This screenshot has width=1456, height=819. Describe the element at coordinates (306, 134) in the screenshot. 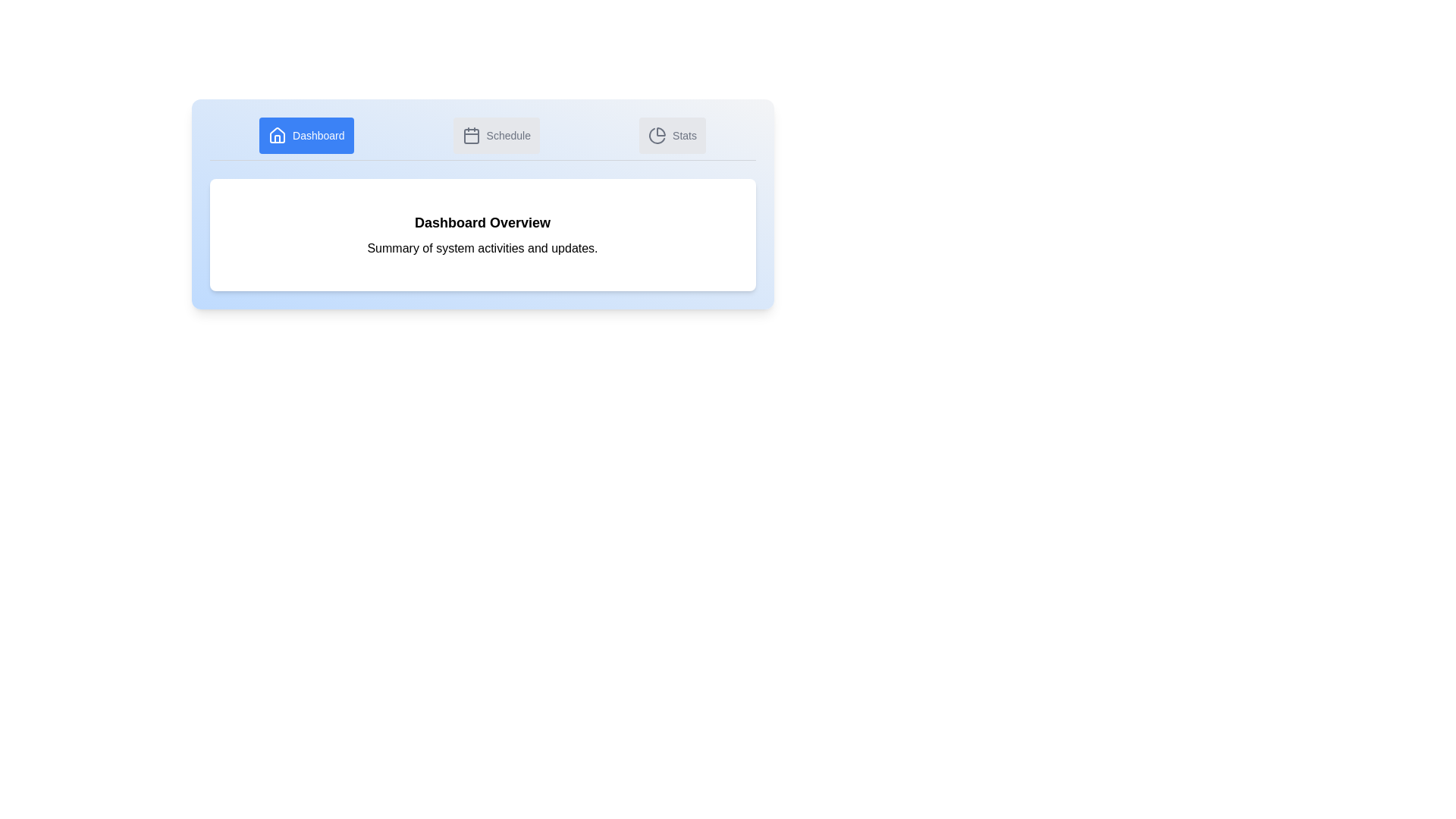

I see `the Dashboard tab by clicking on it` at that location.